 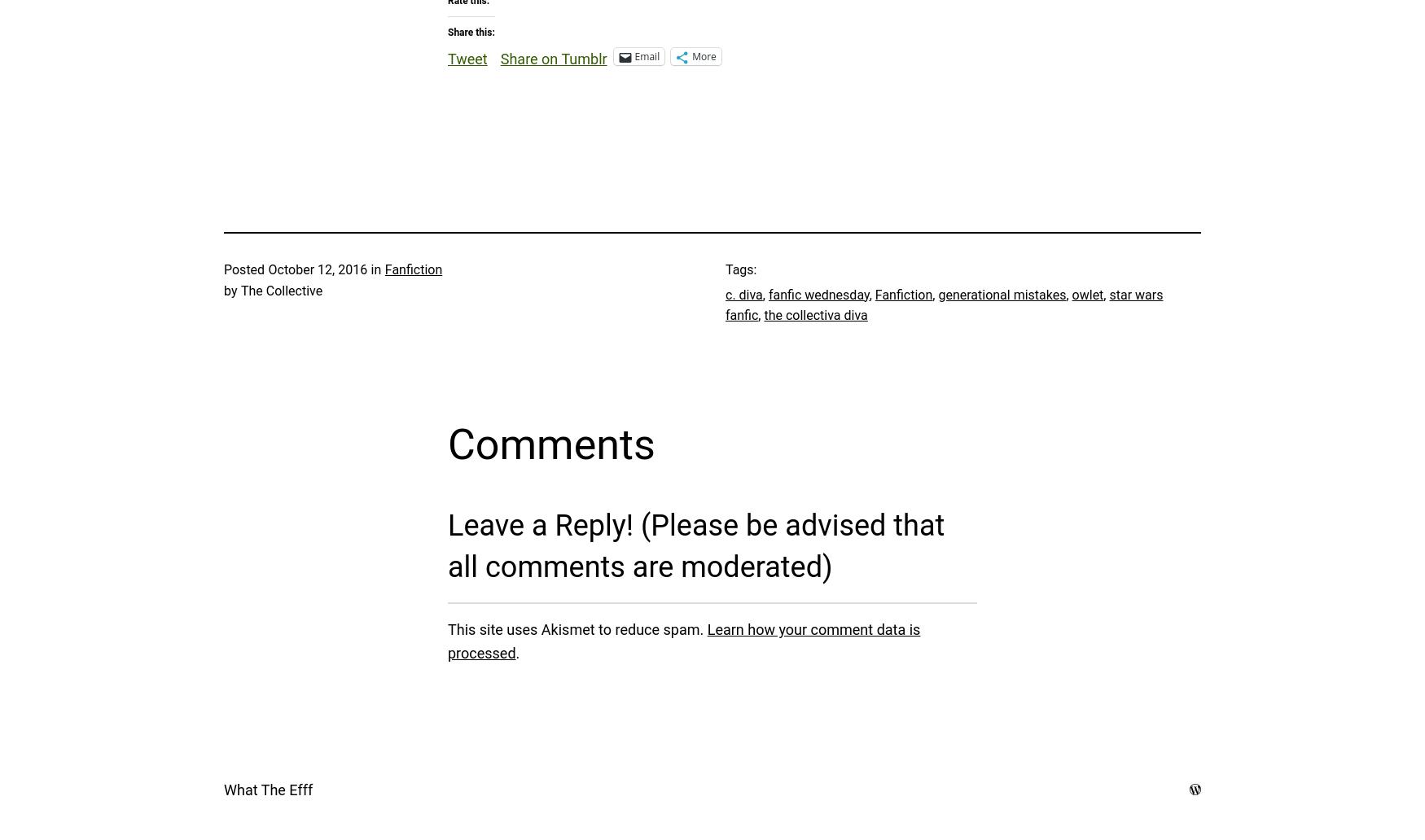 What do you see at coordinates (696, 545) in the screenshot?
I see `'Leave a Reply! (Please be advised that all comments are moderated)'` at bounding box center [696, 545].